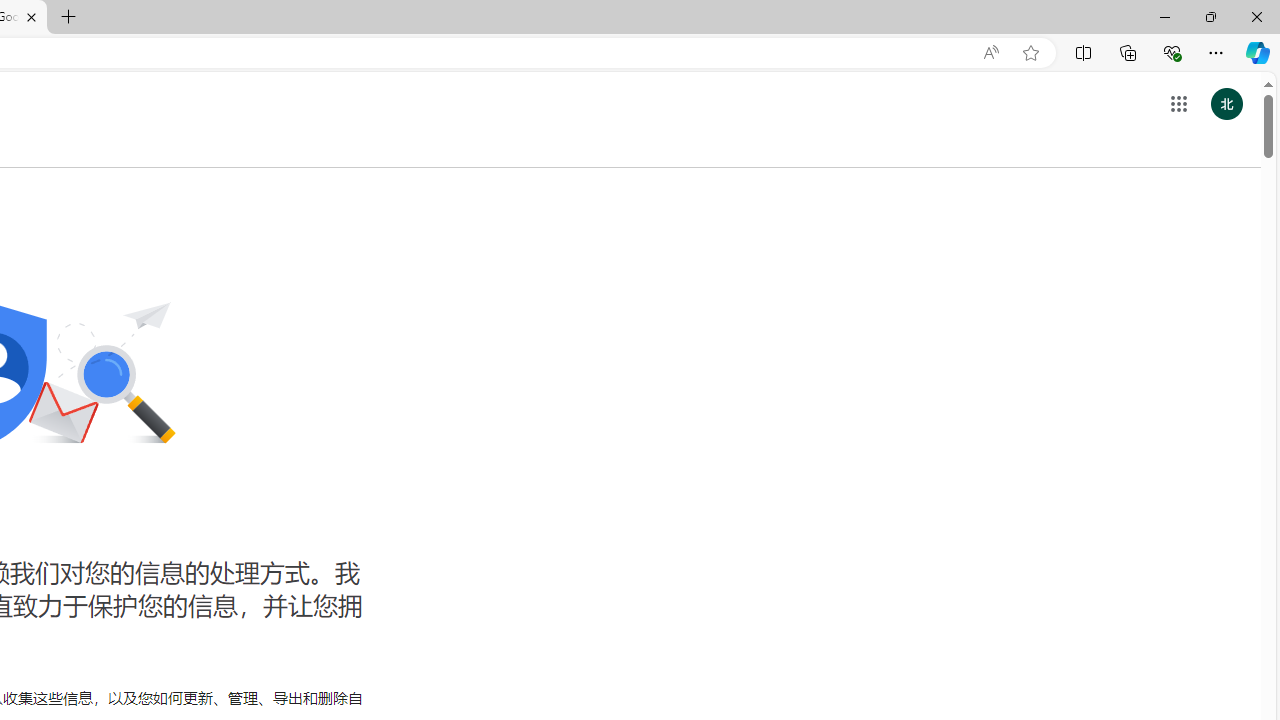  What do you see at coordinates (1031, 52) in the screenshot?
I see `'Add this page to favorites (Ctrl+D)'` at bounding box center [1031, 52].